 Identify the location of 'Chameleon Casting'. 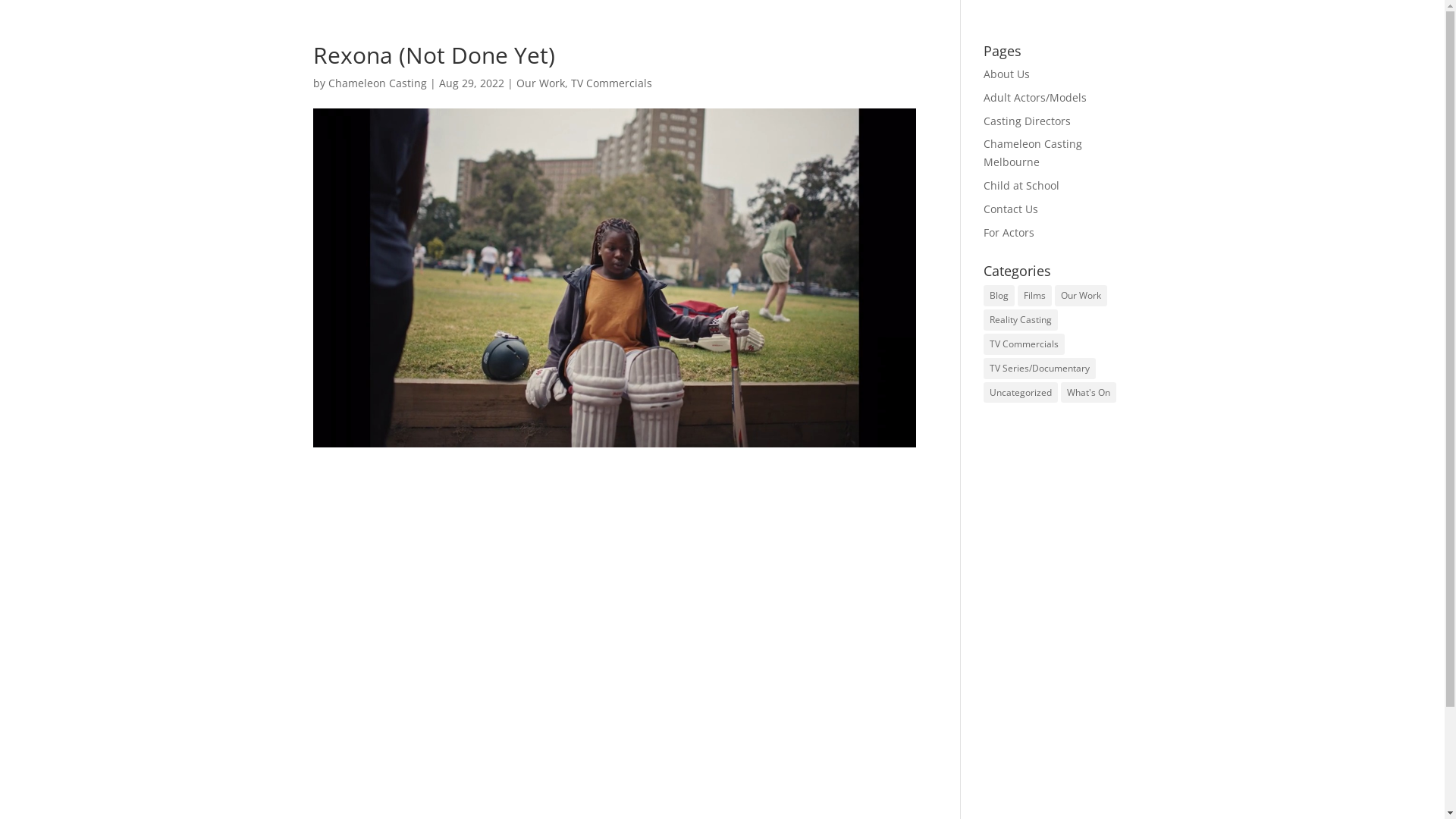
(377, 83).